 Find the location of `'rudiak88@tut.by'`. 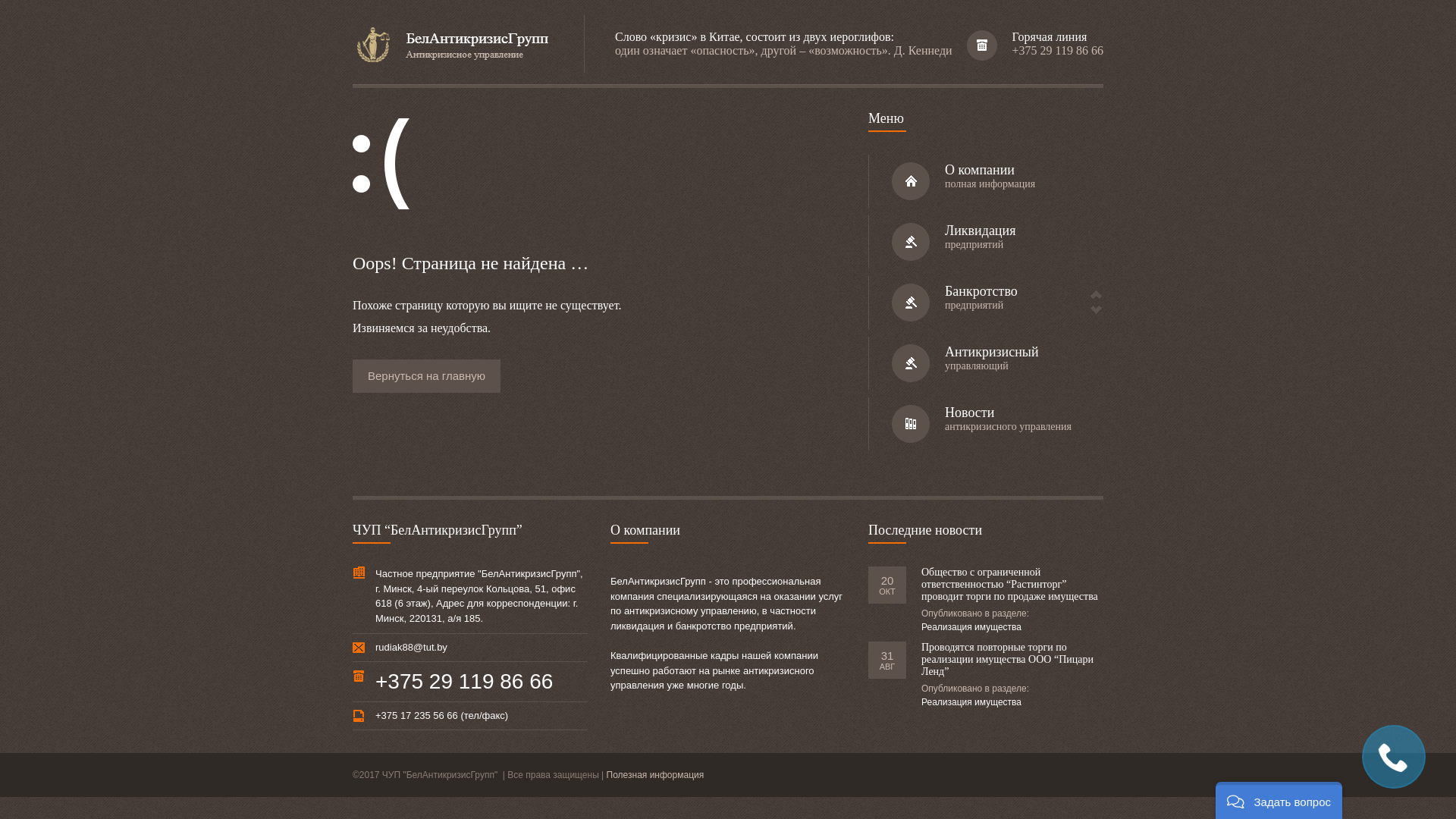

'rudiak88@tut.by' is located at coordinates (411, 647).